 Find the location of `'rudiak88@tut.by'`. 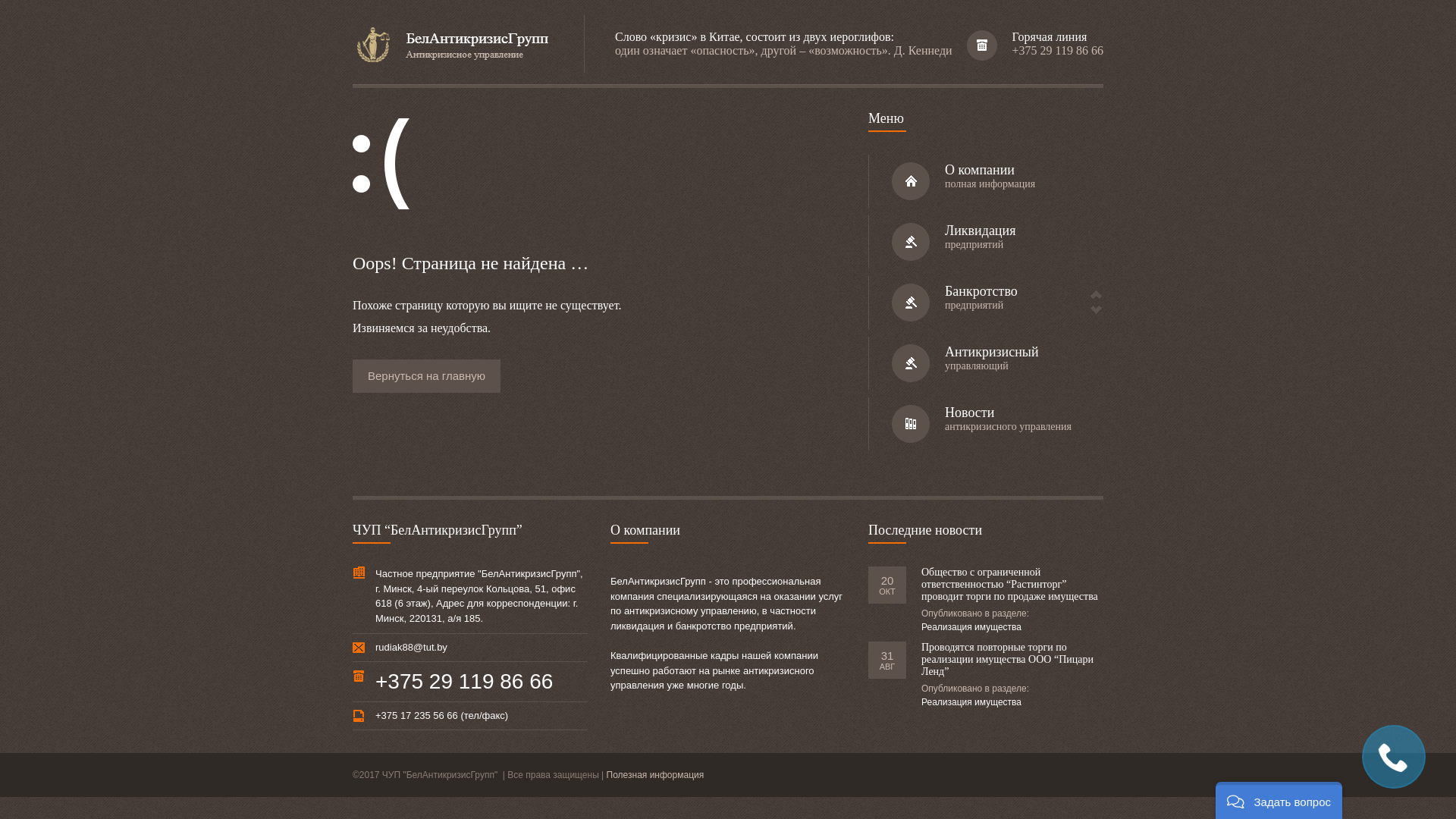

'rudiak88@tut.by' is located at coordinates (411, 647).